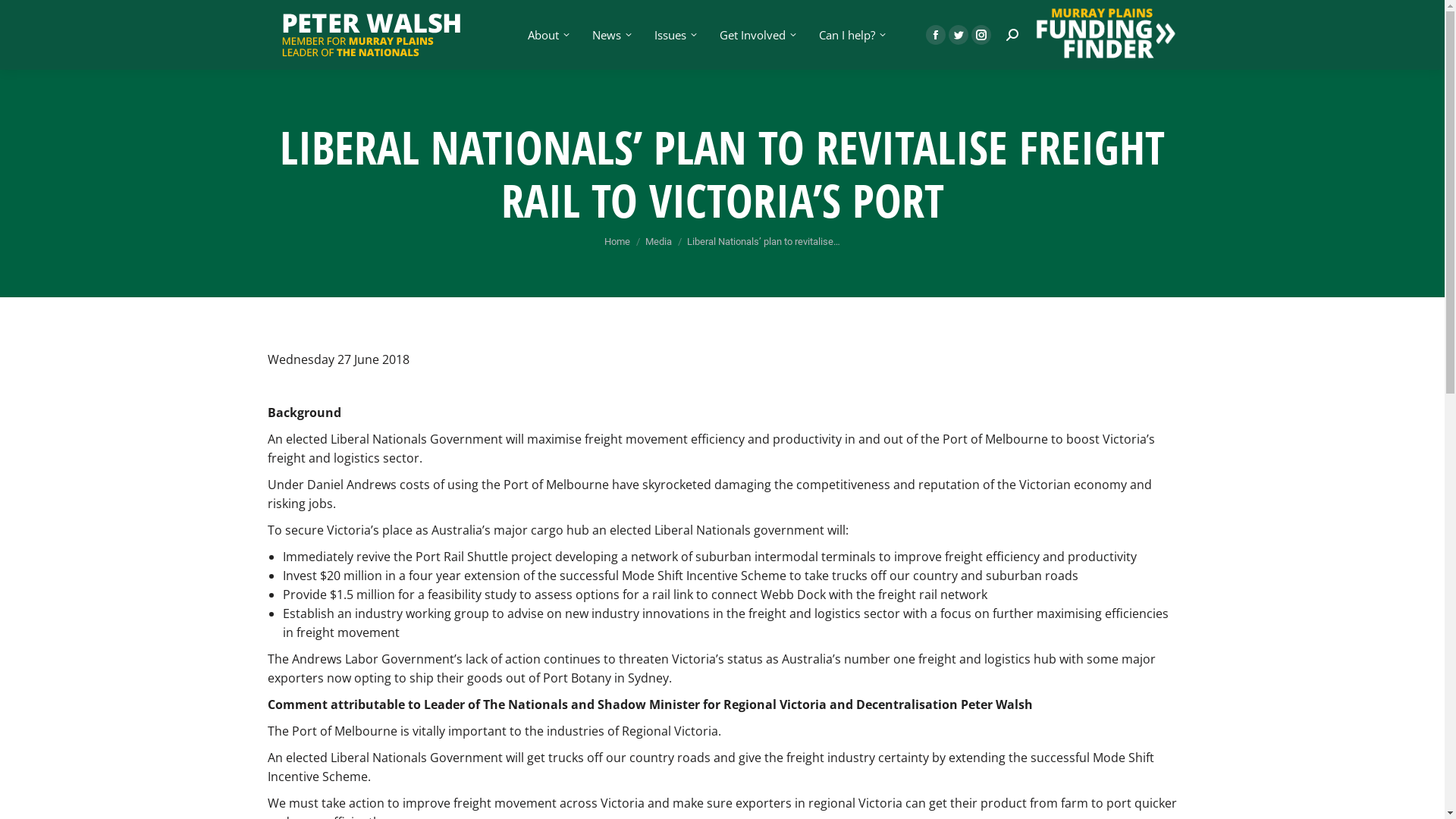  What do you see at coordinates (610, 34) in the screenshot?
I see `'News'` at bounding box center [610, 34].